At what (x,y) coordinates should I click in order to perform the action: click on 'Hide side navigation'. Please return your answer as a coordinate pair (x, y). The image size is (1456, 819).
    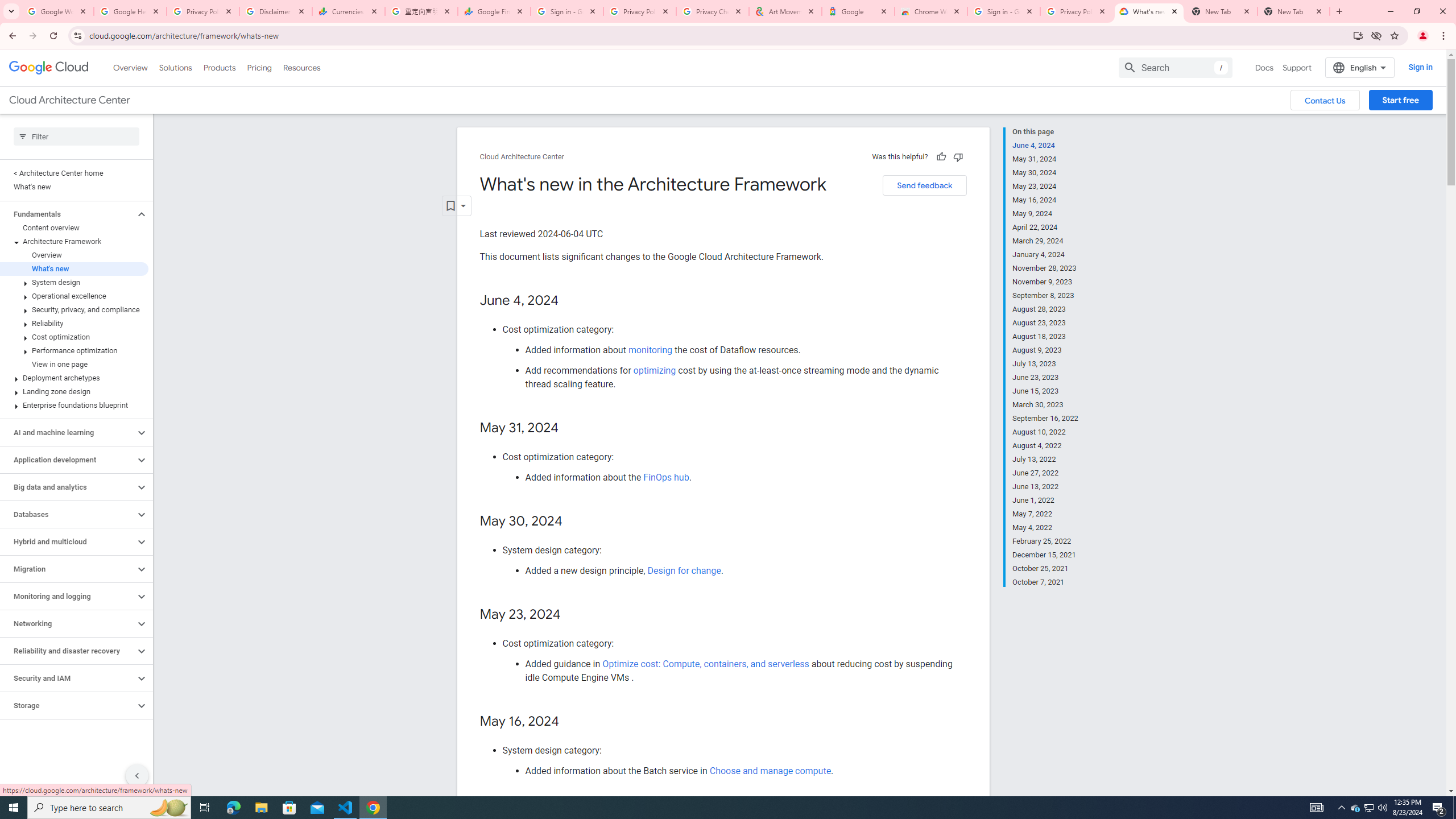
    Looking at the image, I should click on (136, 775).